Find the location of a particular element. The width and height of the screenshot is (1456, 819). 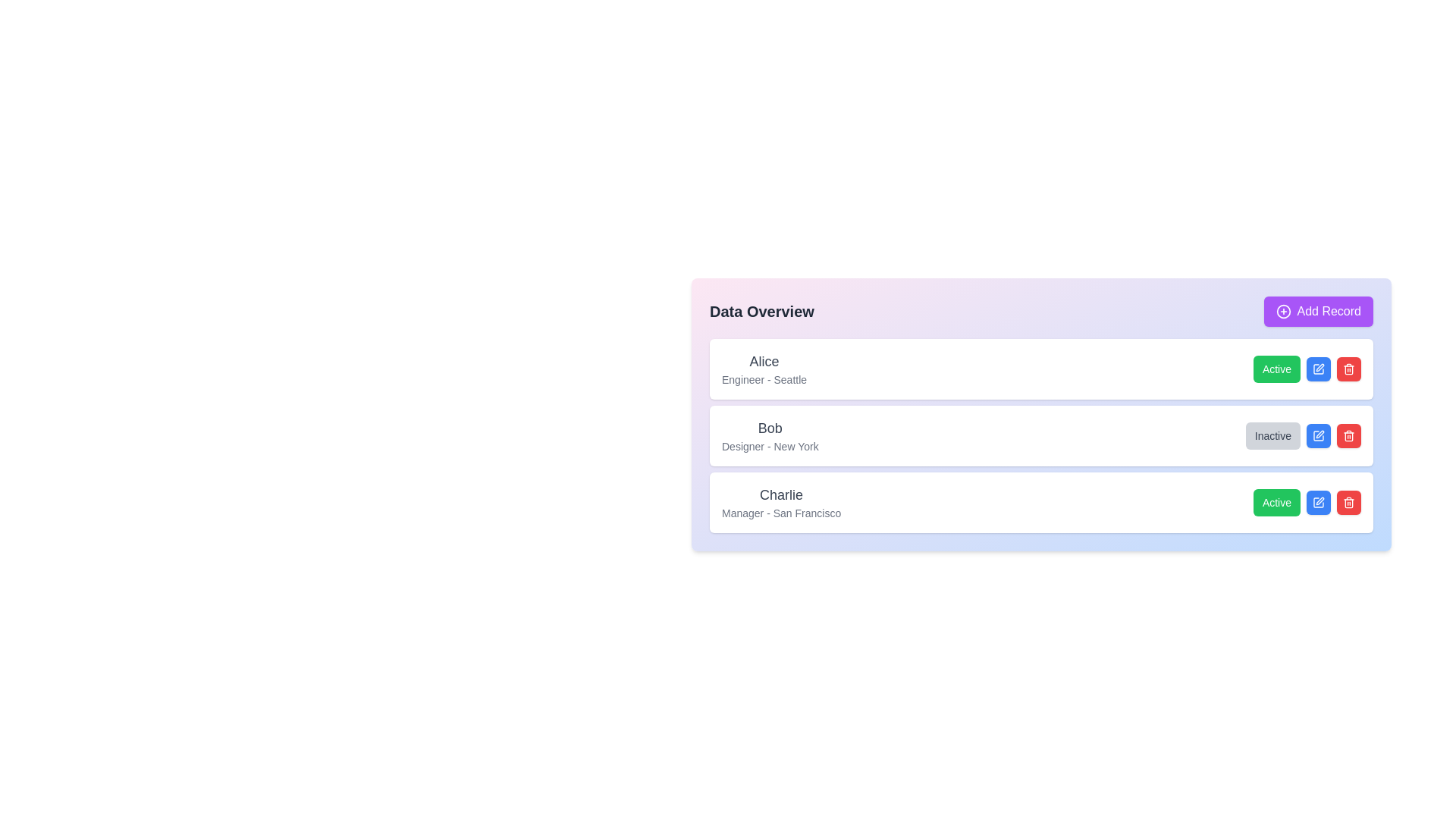

the pen icon inside the blue button located in the third row of the list is located at coordinates (1317, 503).